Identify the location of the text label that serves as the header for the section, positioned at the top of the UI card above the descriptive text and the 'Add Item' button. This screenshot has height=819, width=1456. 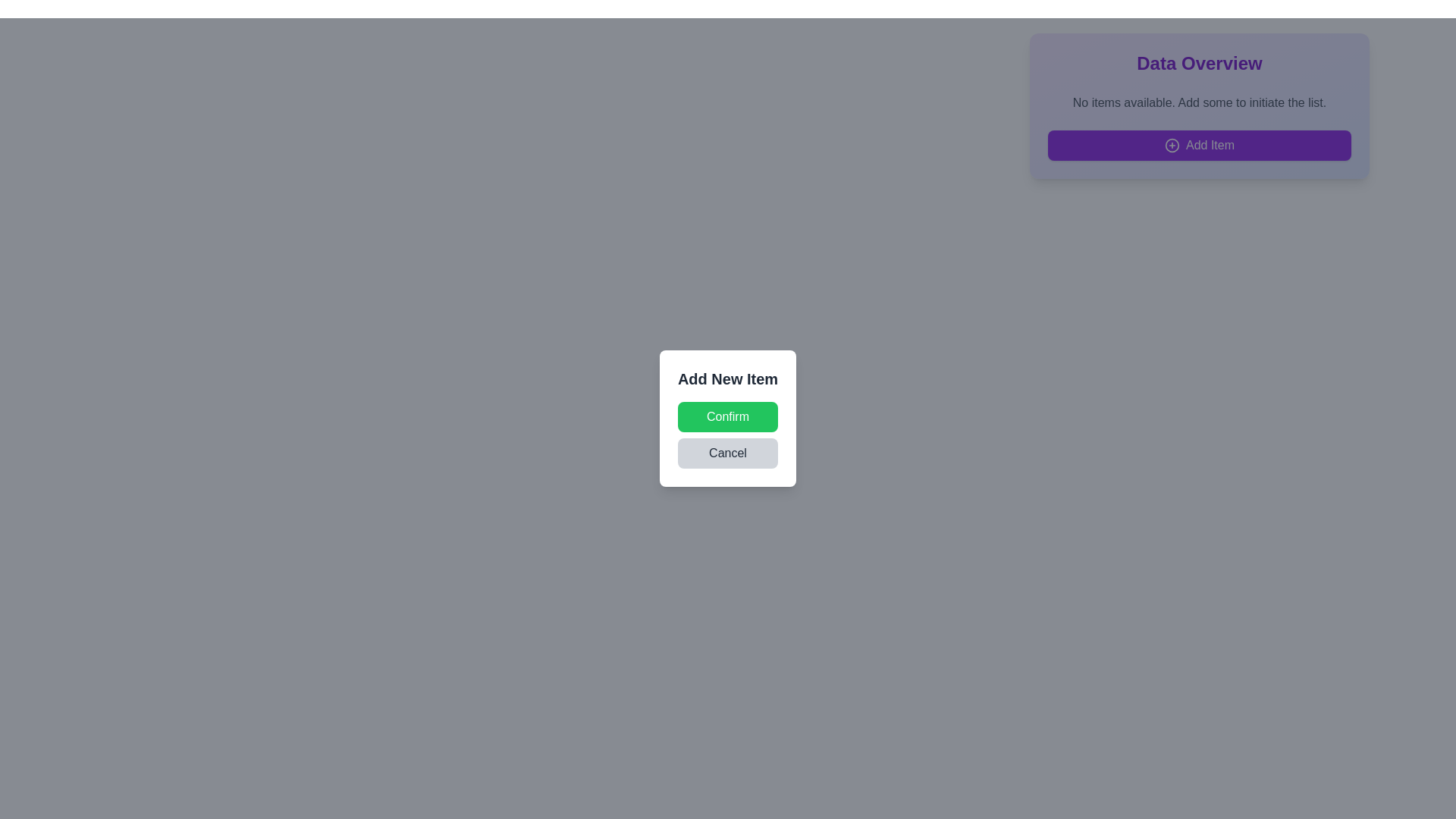
(1199, 63).